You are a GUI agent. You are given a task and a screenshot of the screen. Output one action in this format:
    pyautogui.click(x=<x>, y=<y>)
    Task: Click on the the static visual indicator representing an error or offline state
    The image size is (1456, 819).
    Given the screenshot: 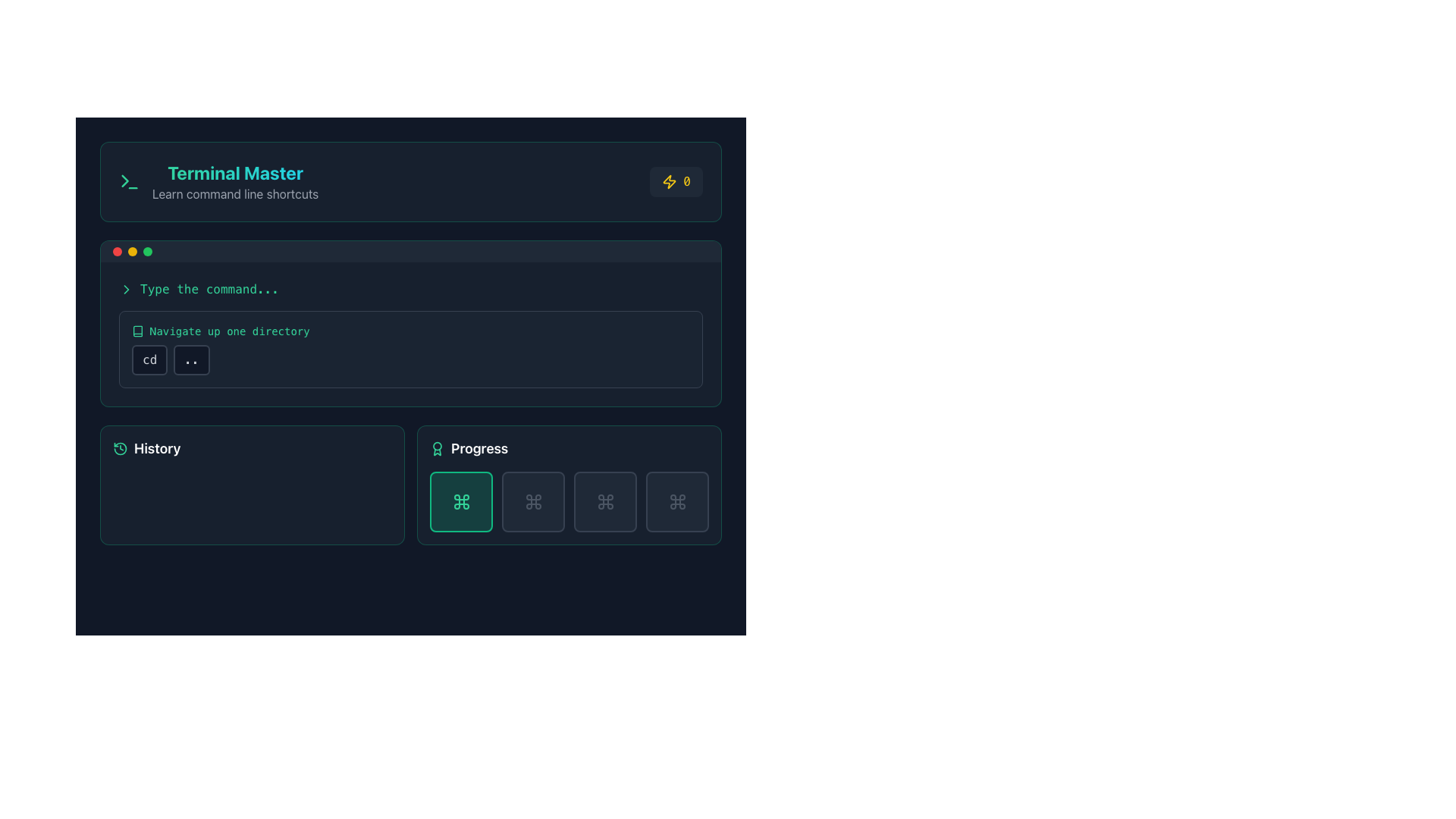 What is the action you would take?
    pyautogui.click(x=116, y=250)
    